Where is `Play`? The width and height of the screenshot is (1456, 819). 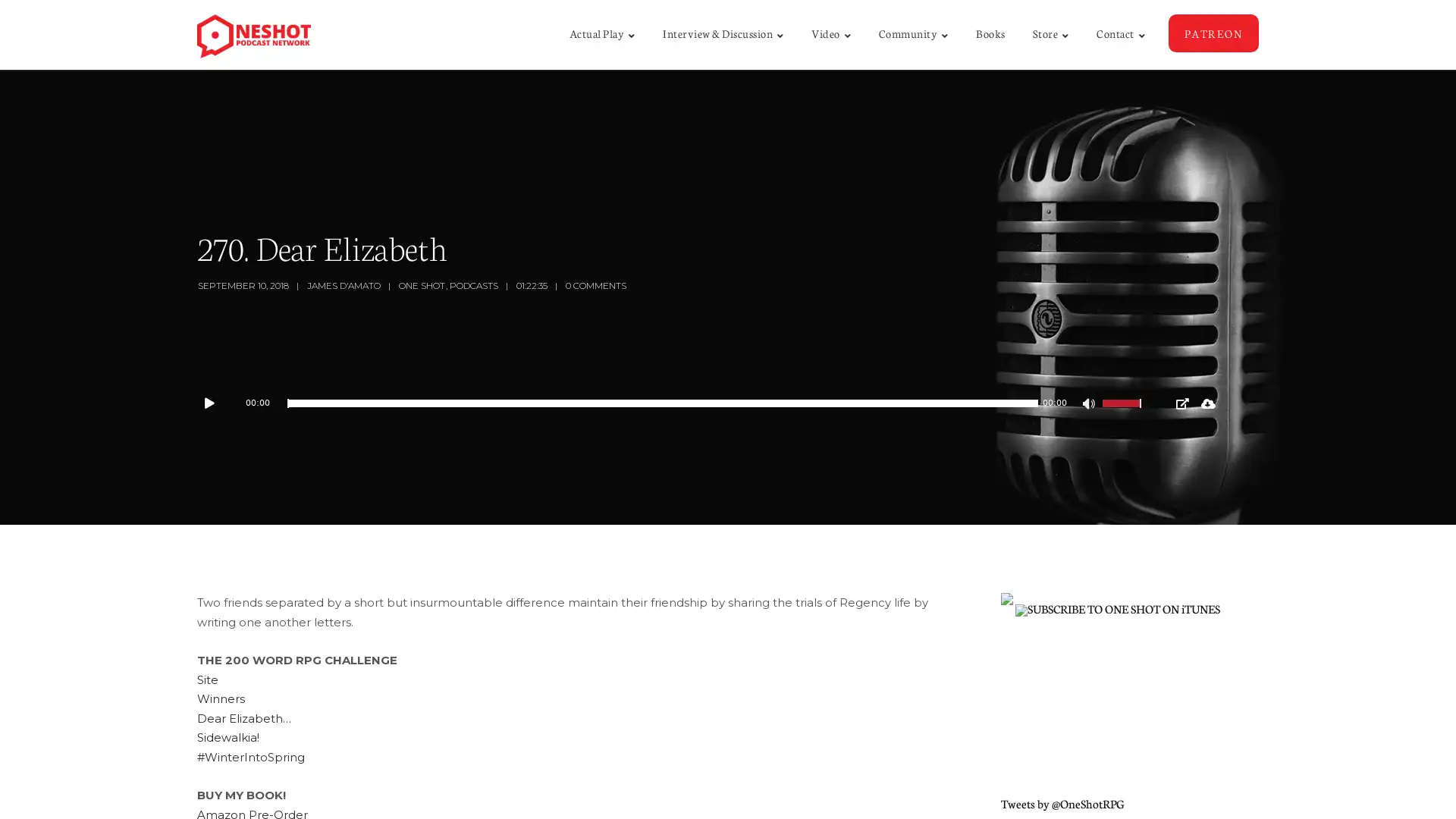
Play is located at coordinates (216, 403).